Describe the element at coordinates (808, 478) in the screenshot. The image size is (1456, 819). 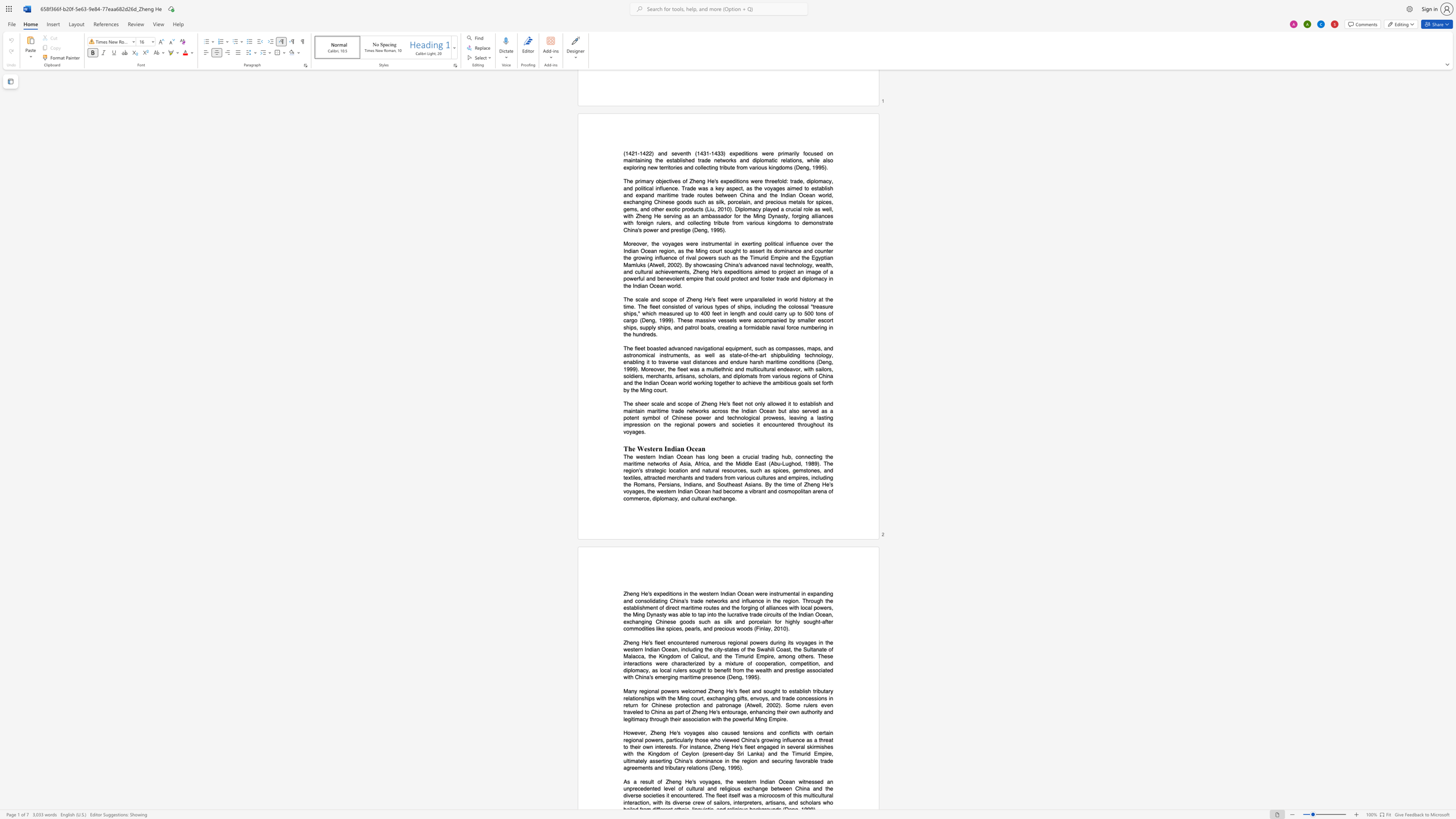
I see `the subset text ", including the Romans, Persians, In" within the text "The western Indian Ocean has long been a crucial trading hub, connecting the maritime networks of Asia, Africa, and the Middle East (Abu-Lughod, 1989). The region"` at that location.